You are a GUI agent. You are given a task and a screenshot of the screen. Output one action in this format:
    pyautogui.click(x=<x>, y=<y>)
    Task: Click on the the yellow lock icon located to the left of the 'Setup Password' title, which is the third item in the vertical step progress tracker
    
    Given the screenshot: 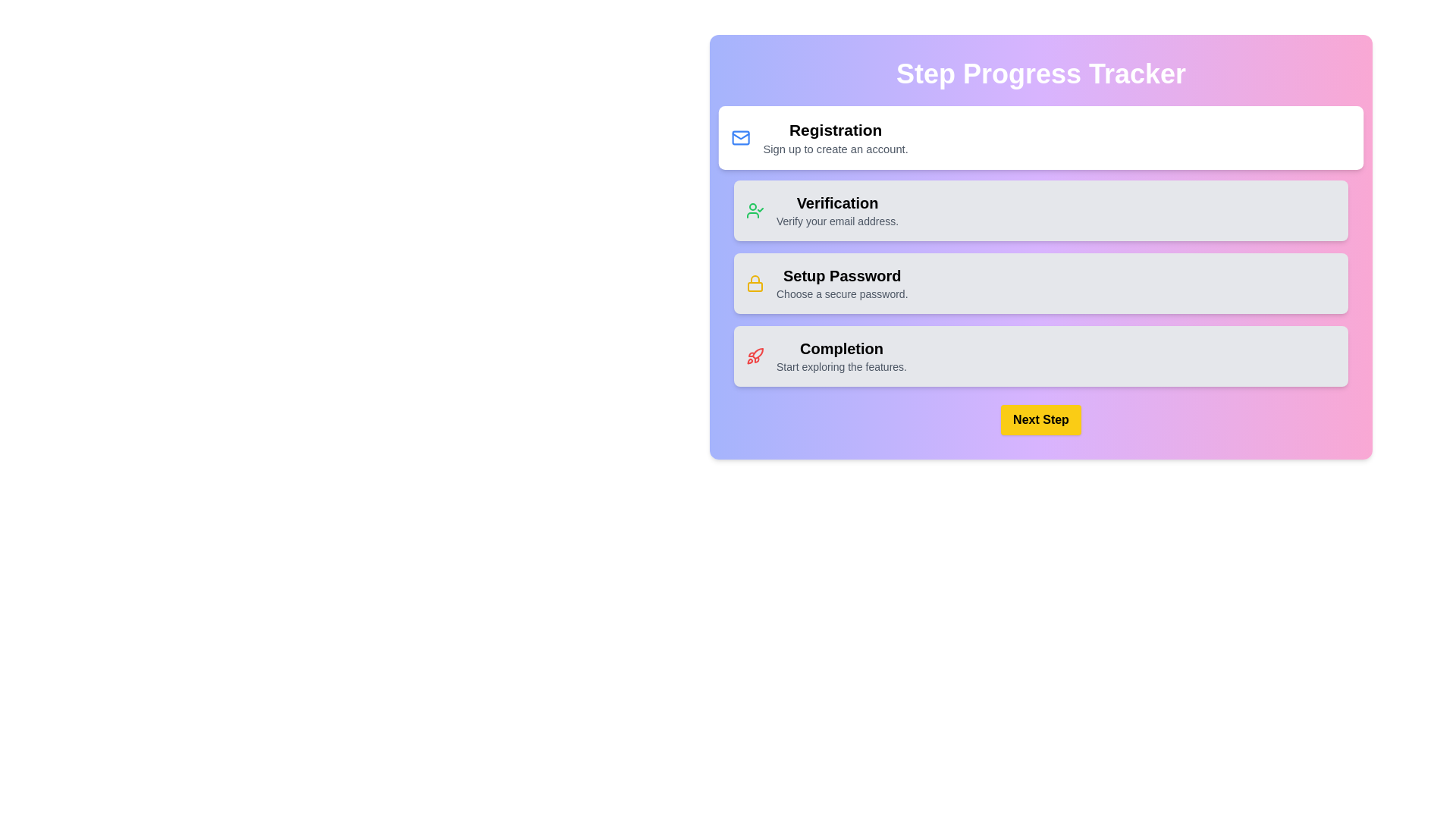 What is the action you would take?
    pyautogui.click(x=755, y=284)
    